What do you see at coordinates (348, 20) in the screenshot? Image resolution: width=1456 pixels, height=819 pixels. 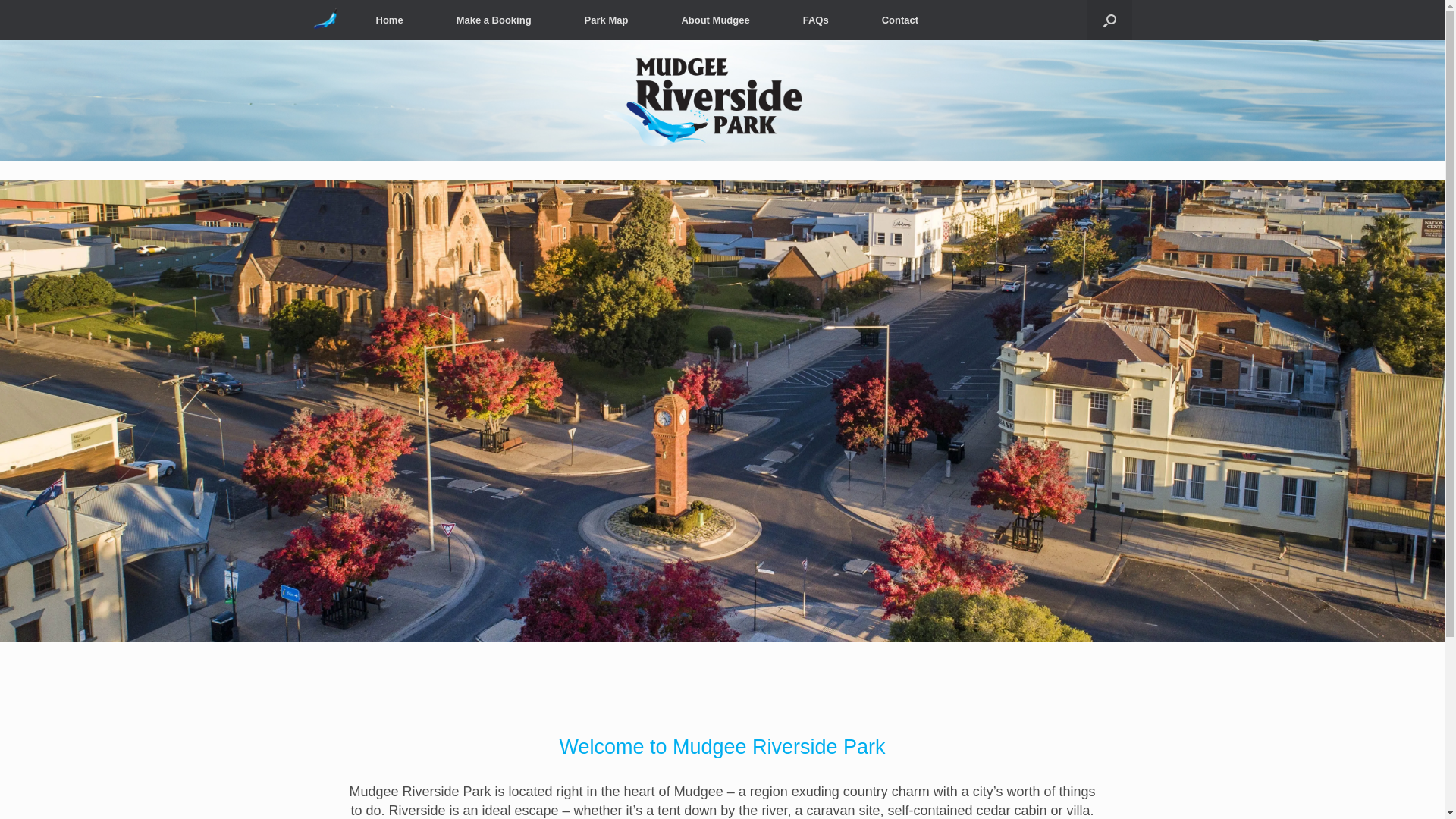 I see `'Home'` at bounding box center [348, 20].